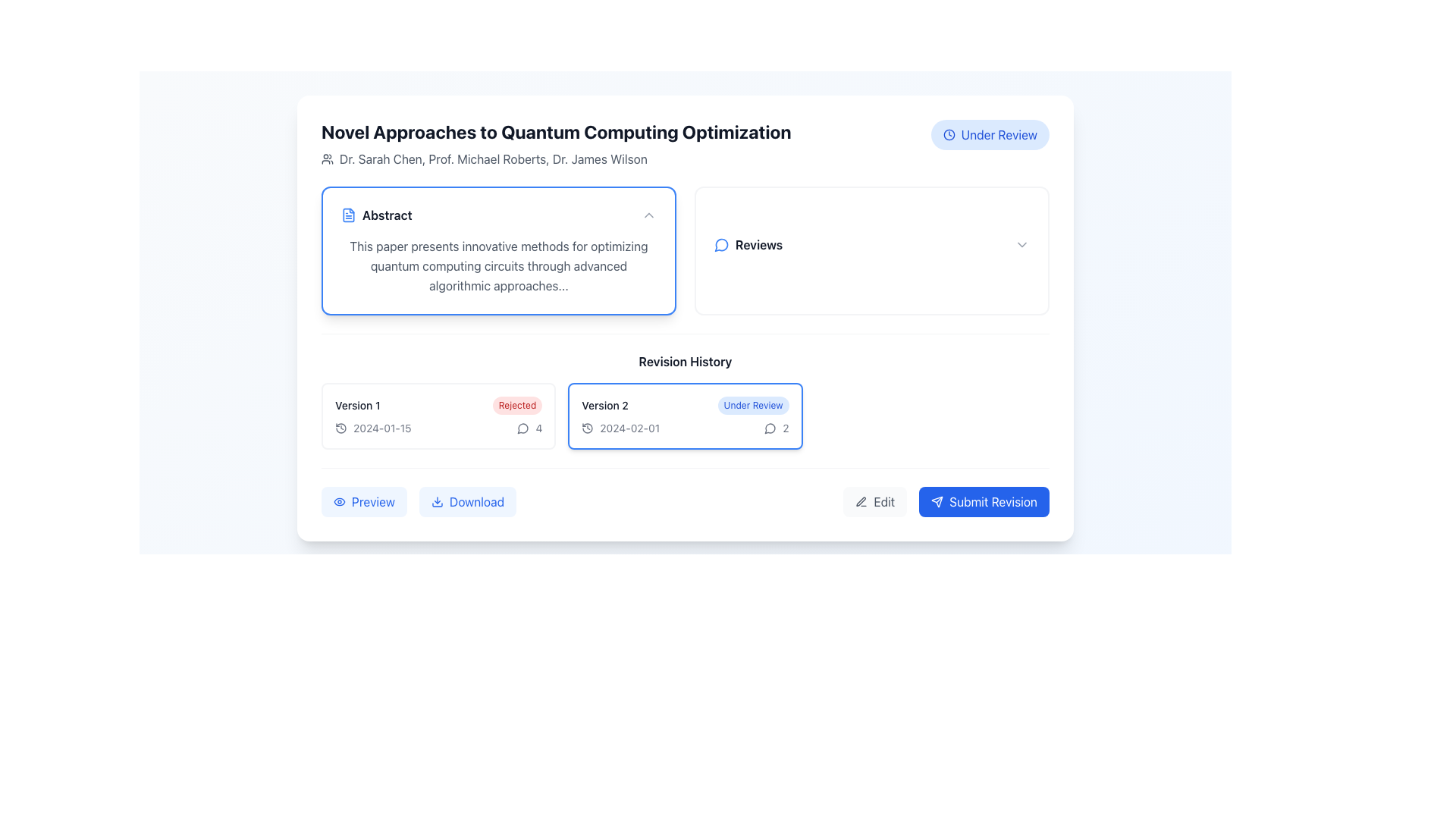 The height and width of the screenshot is (819, 1456). What do you see at coordinates (587, 428) in the screenshot?
I see `the history indicator icon located to the left of the text '2024-02-01' within the 'Version 2' section of the 'Revision History' area` at bounding box center [587, 428].